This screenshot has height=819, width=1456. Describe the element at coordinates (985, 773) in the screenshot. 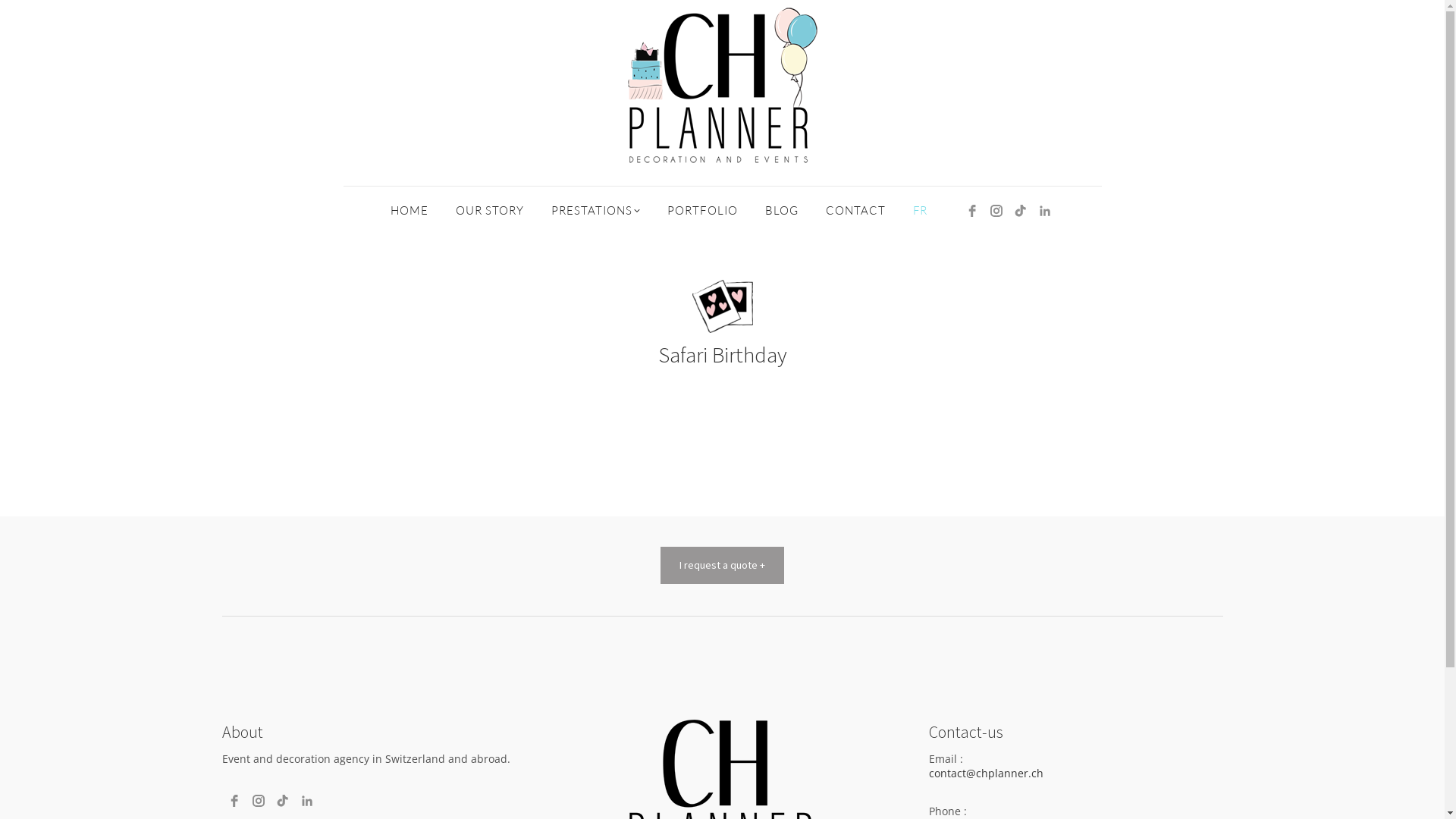

I see `'contact@chplanner.ch'` at that location.